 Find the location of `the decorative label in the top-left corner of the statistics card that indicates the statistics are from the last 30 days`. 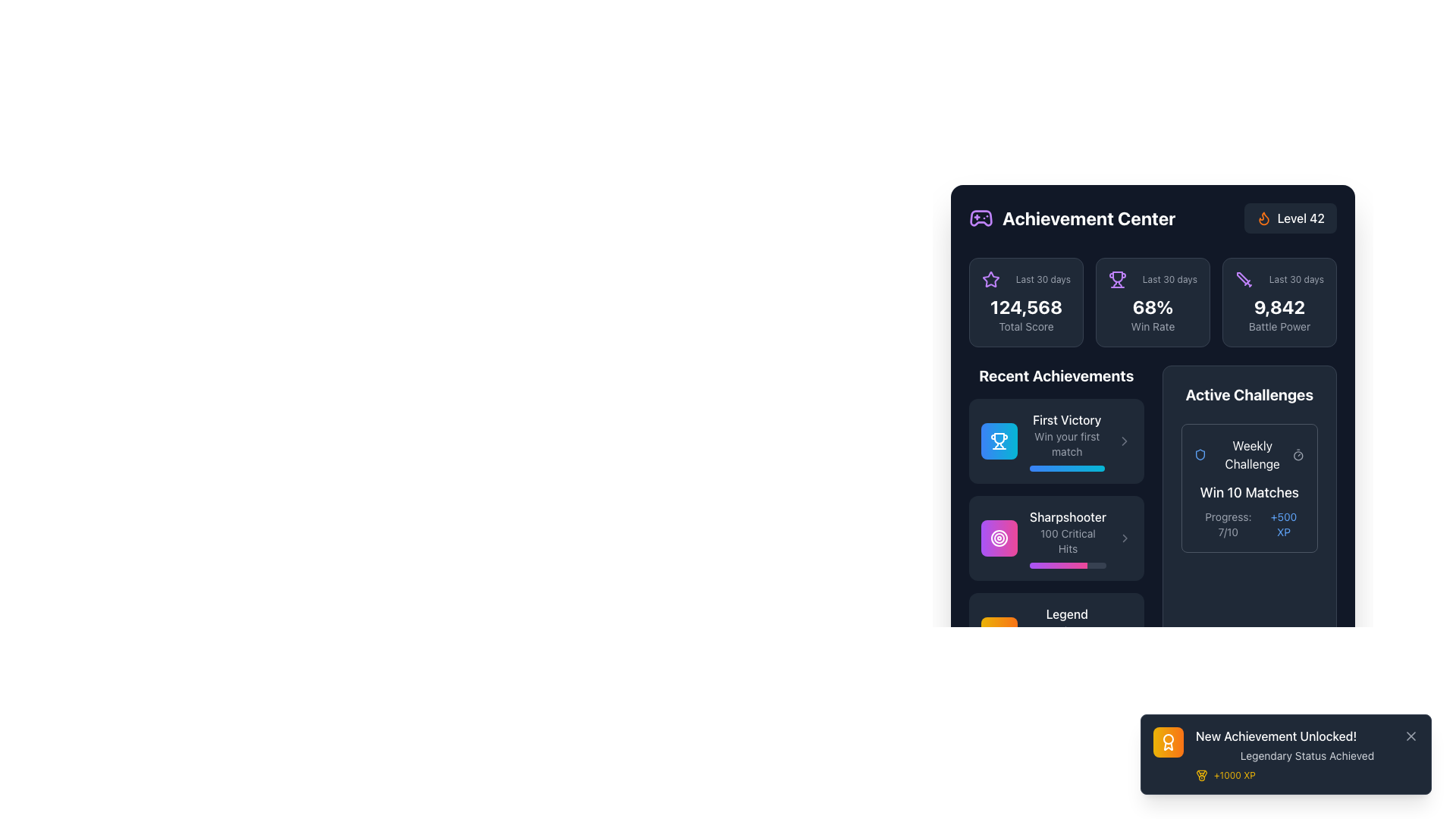

the decorative label in the top-left corner of the statistics card that indicates the statistics are from the last 30 days is located at coordinates (1026, 280).